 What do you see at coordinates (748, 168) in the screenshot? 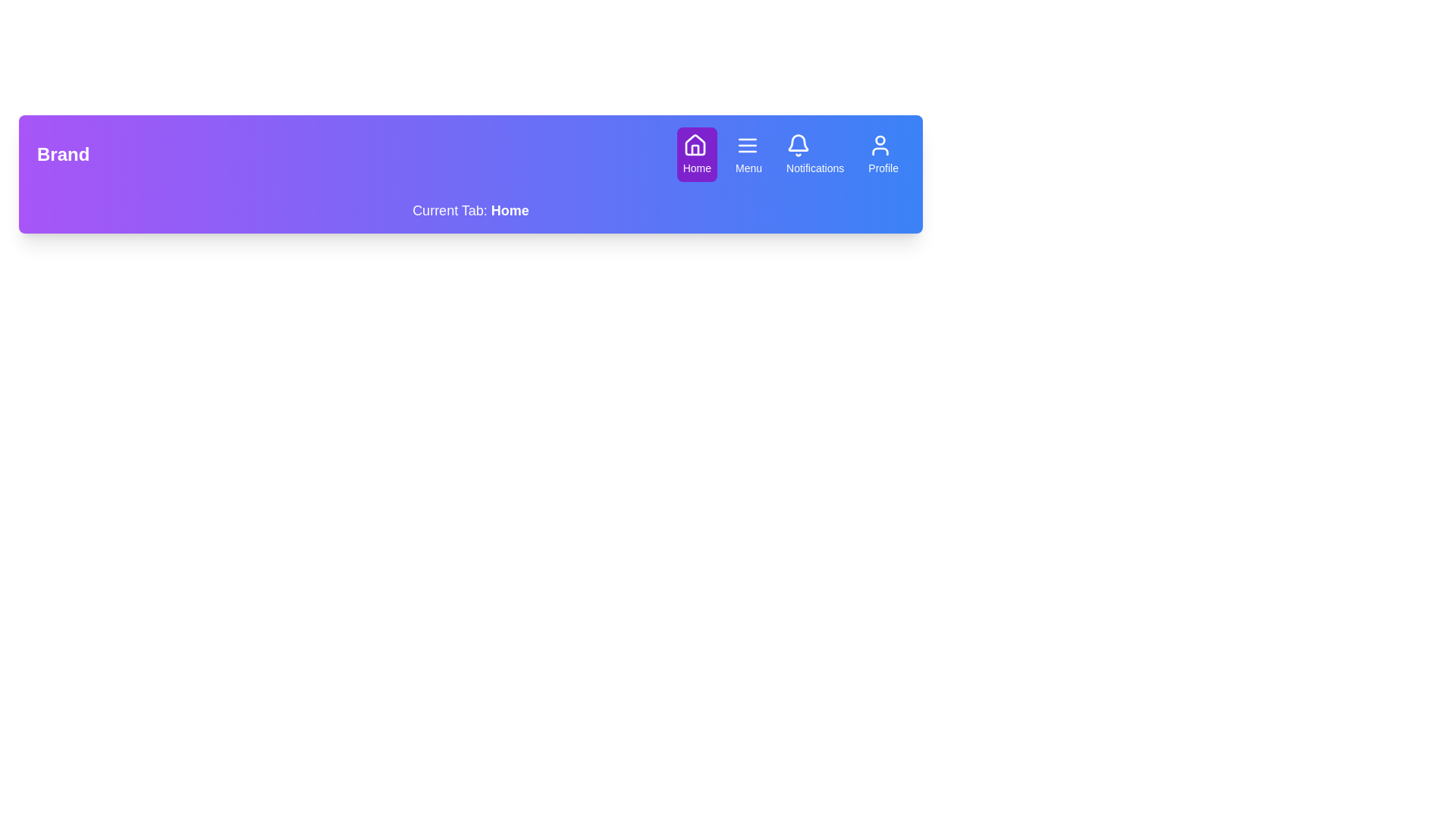
I see `the text label element displaying 'Menu', which is located on the top navigation bar near the center-right section, indicating the functionality of the associated icon above it` at bounding box center [748, 168].